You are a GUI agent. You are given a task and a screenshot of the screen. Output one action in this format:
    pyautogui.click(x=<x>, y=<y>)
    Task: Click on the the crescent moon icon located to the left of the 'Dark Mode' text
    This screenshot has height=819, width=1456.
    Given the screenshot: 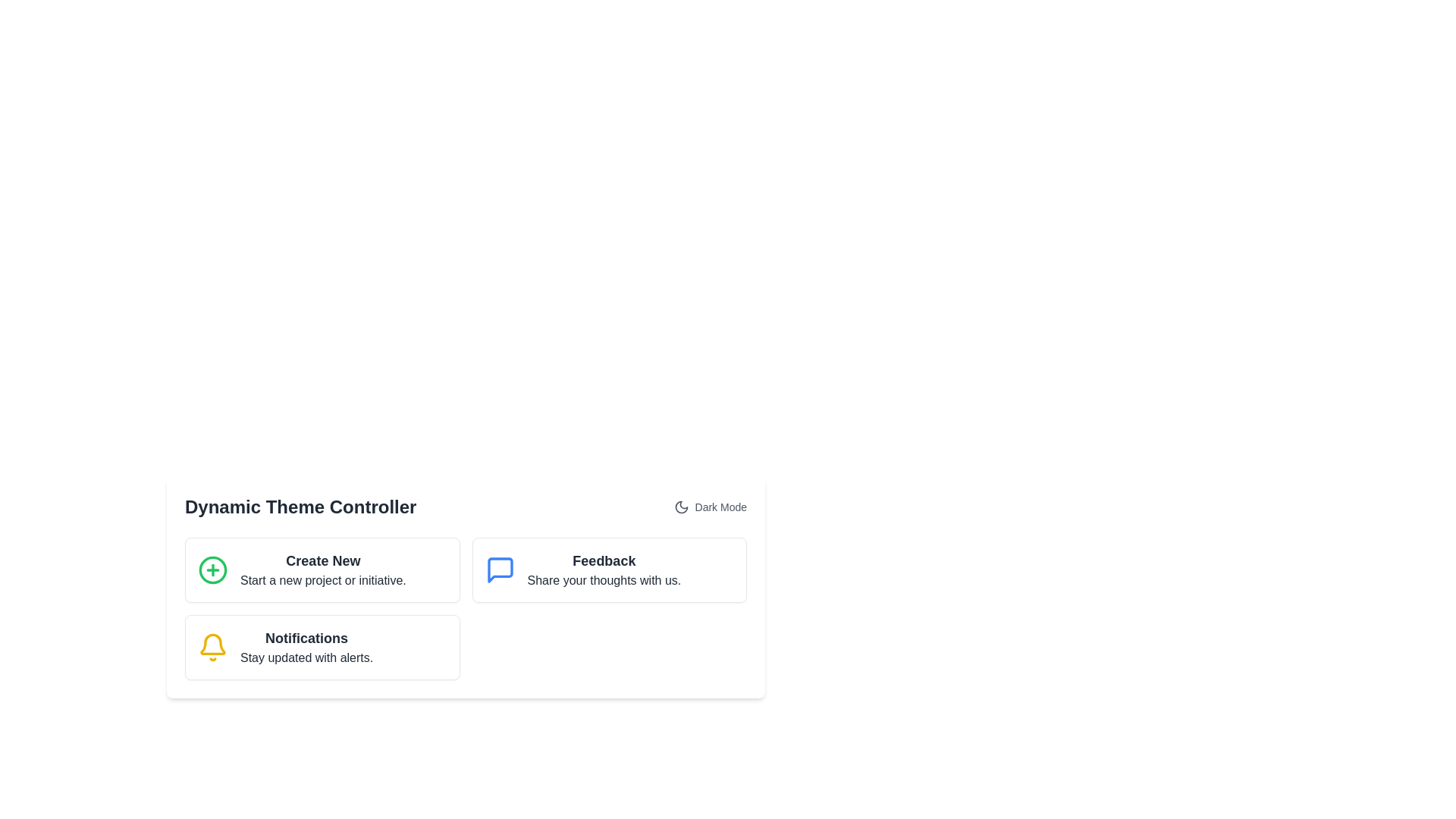 What is the action you would take?
    pyautogui.click(x=680, y=507)
    